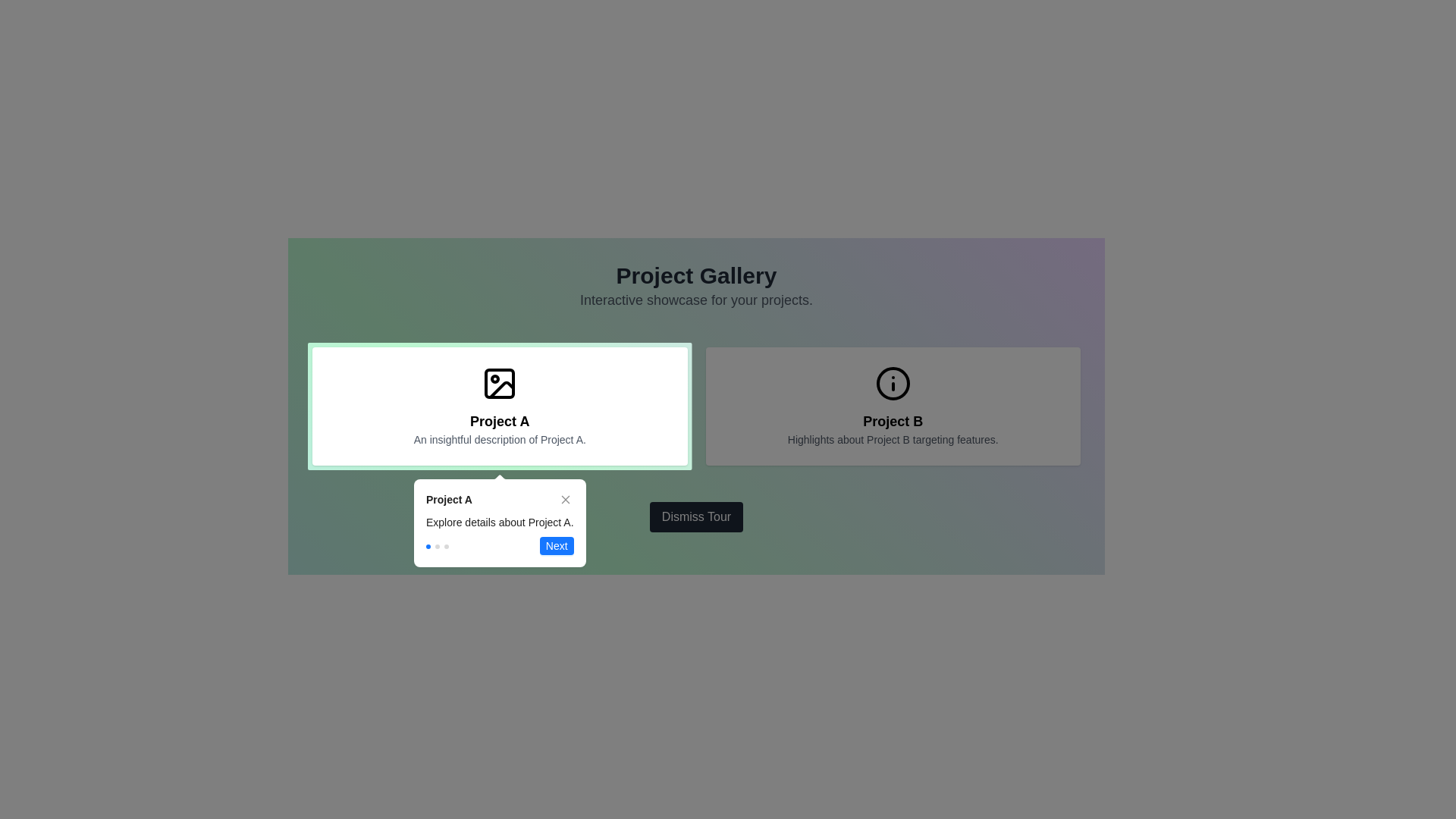 The height and width of the screenshot is (819, 1456). Describe the element at coordinates (695, 275) in the screenshot. I see `text heading 'Project Gallery' which is displayed in bold, large, centered black font at the top center of the page` at that location.